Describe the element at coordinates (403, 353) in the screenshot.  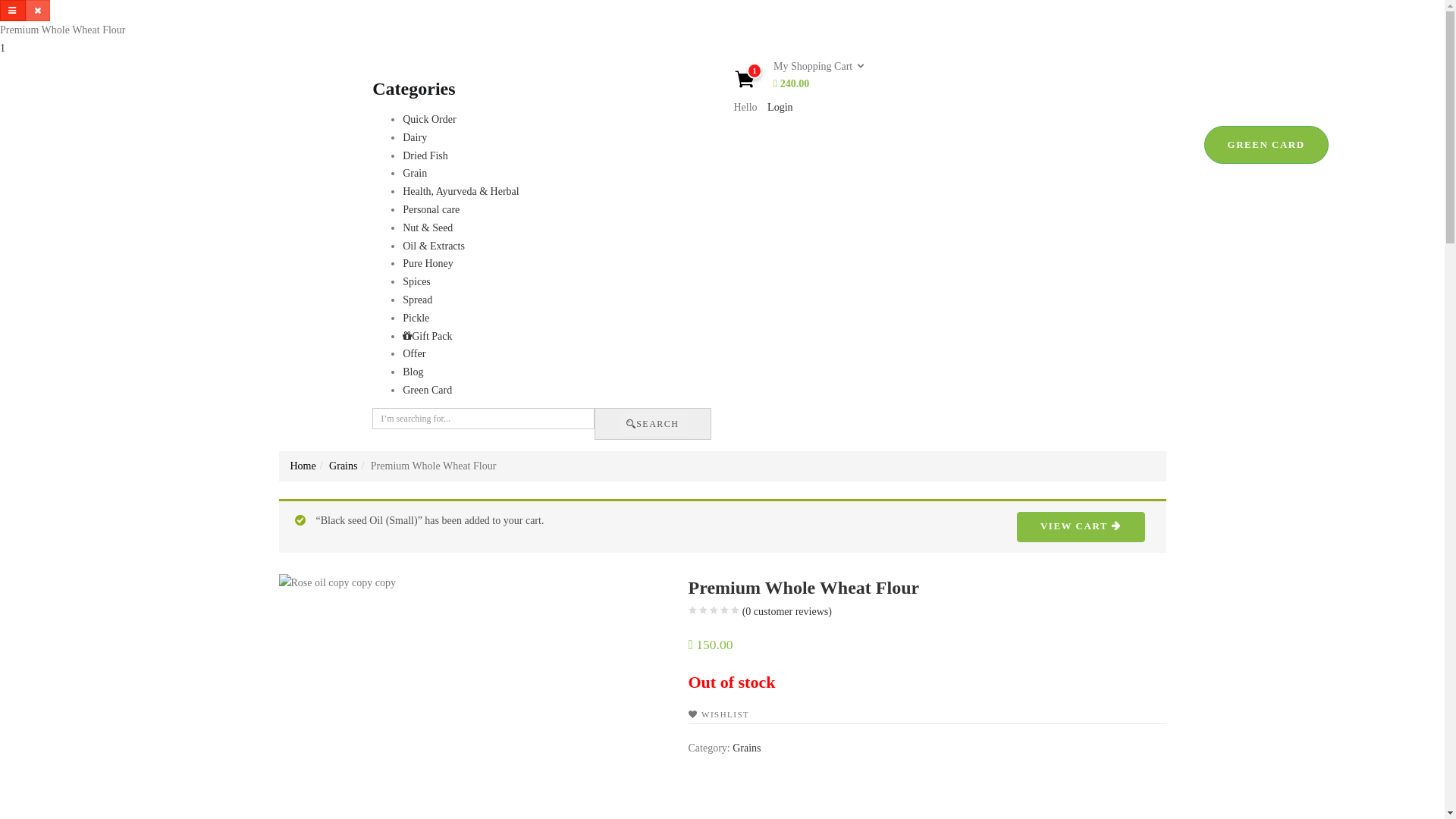
I see `'Offer'` at that location.